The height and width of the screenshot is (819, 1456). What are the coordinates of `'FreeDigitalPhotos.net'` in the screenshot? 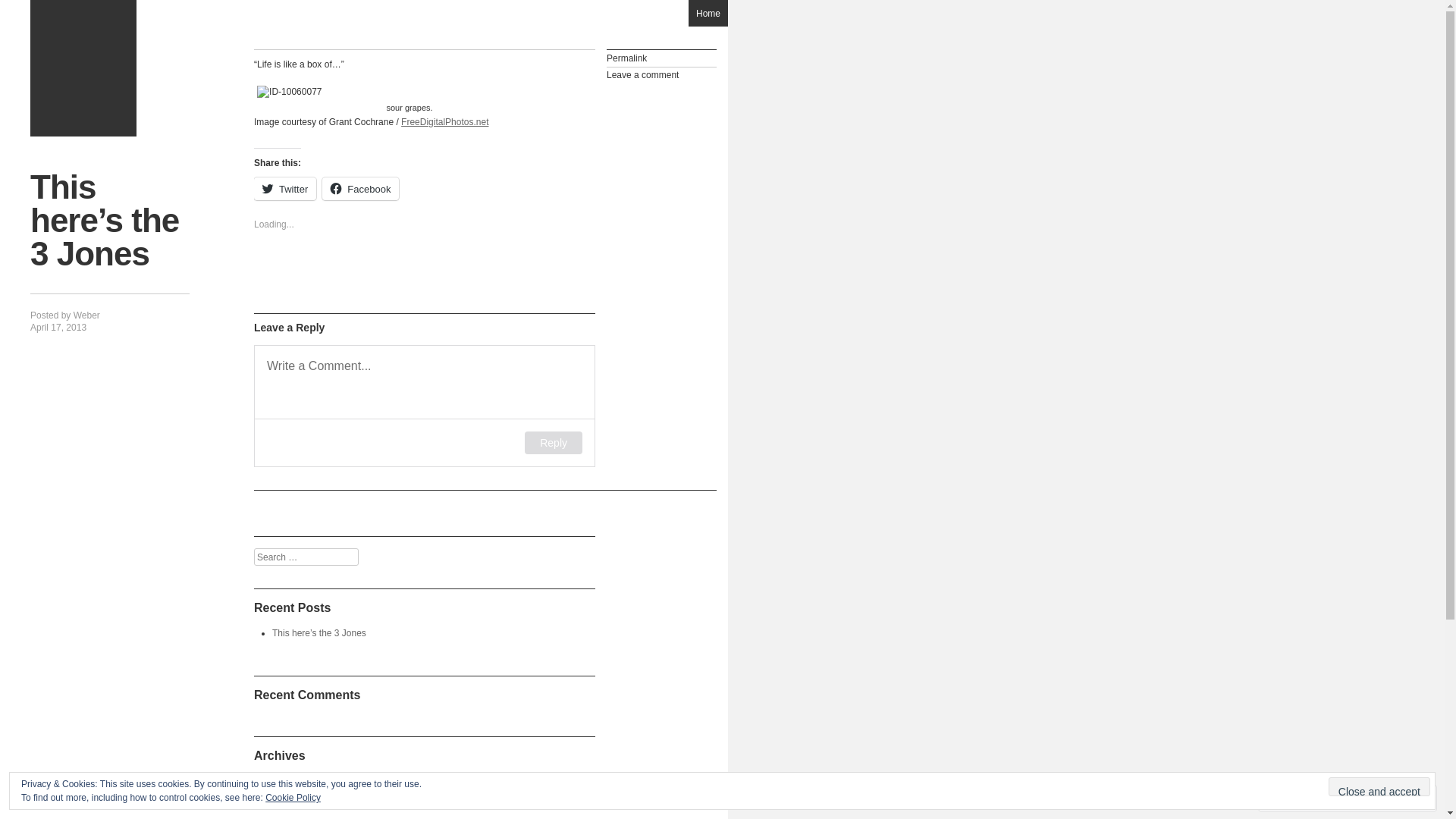 It's located at (444, 121).